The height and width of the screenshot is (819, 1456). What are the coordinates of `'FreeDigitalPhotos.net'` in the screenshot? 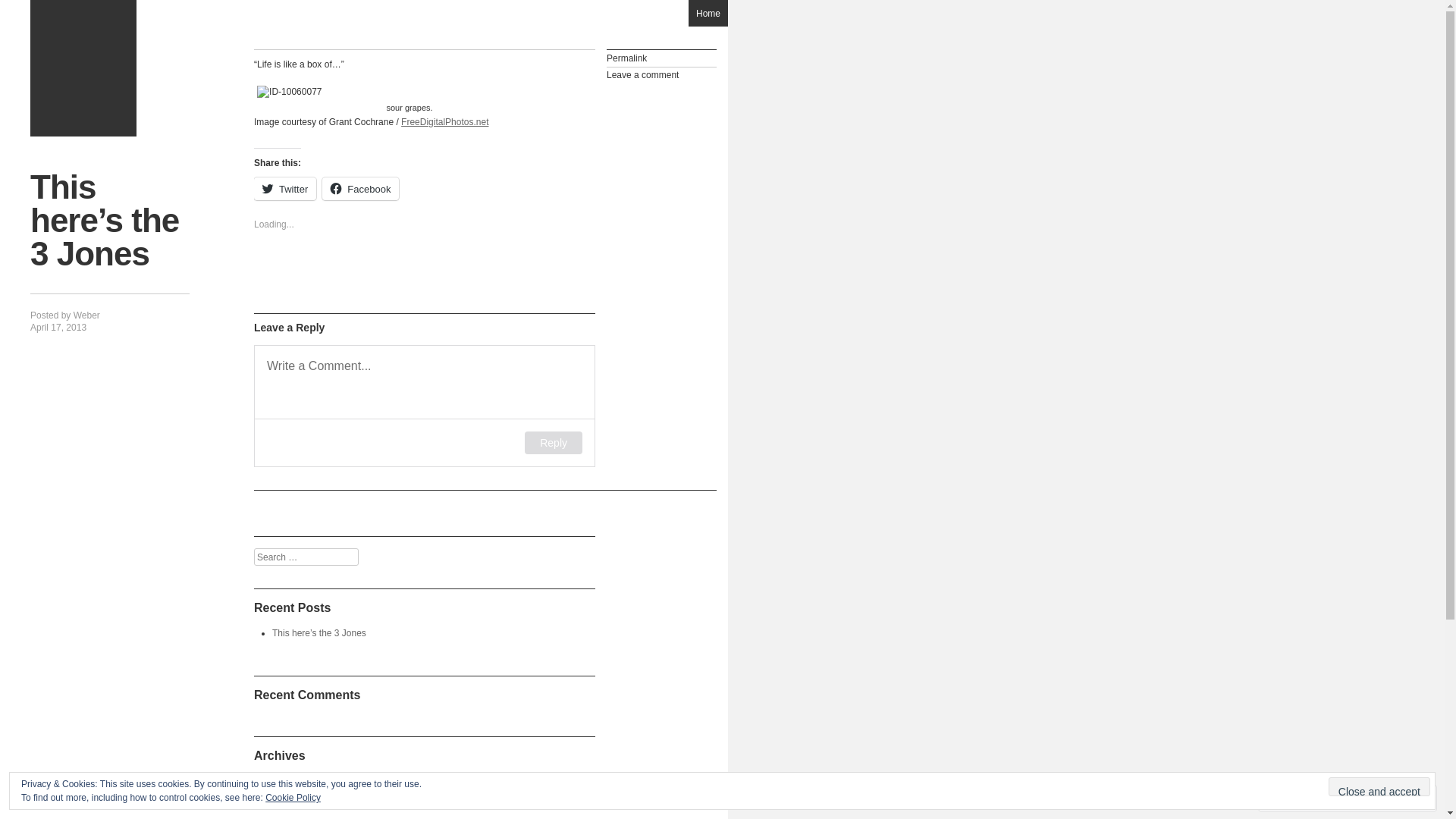 It's located at (444, 121).